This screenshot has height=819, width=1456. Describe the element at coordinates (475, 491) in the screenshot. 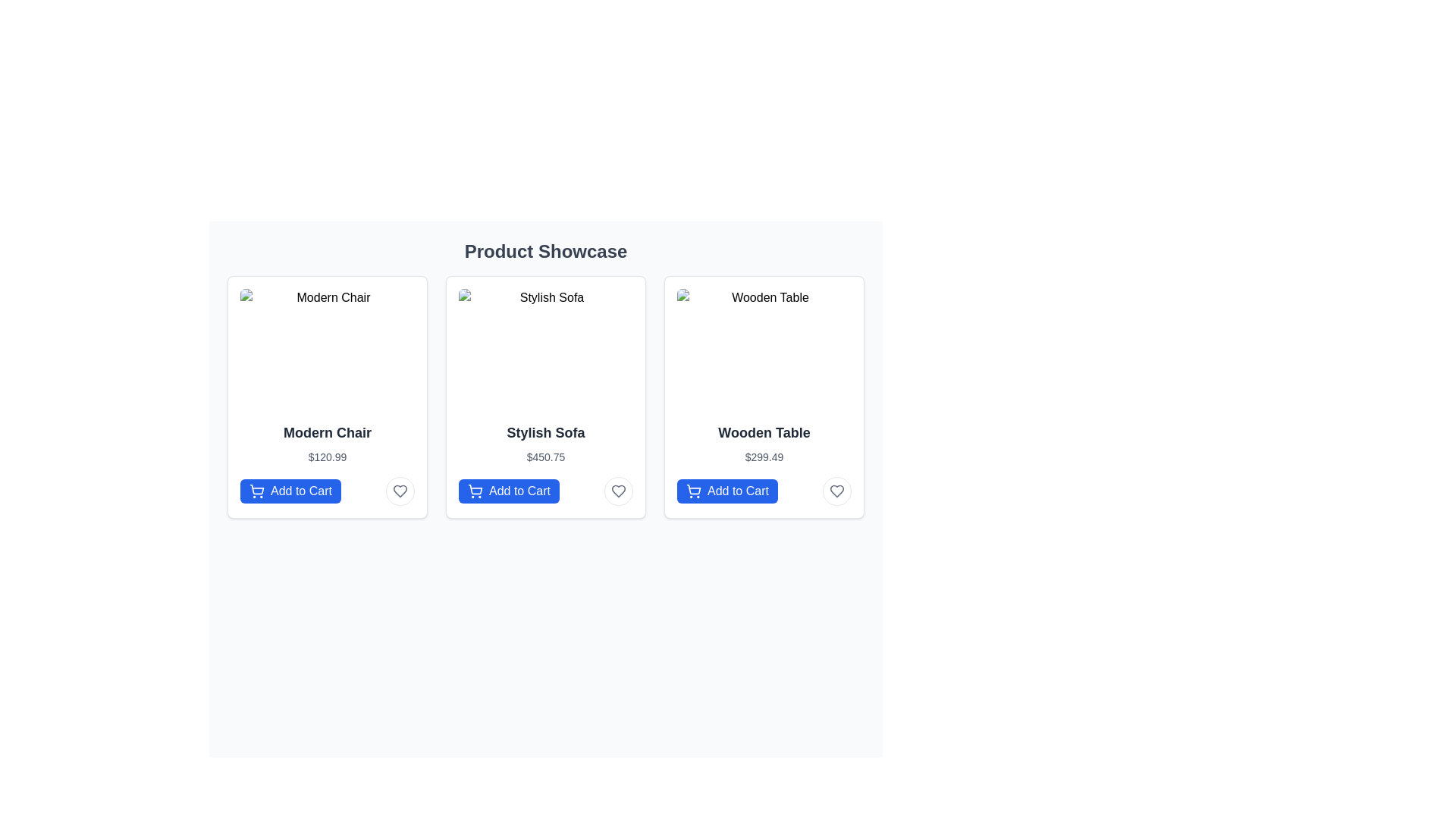

I see `the 'Add to Cart' button that features a shopping cart icon with a white outline on a blue background, located below the 'Stylish Sofa' product description` at that location.